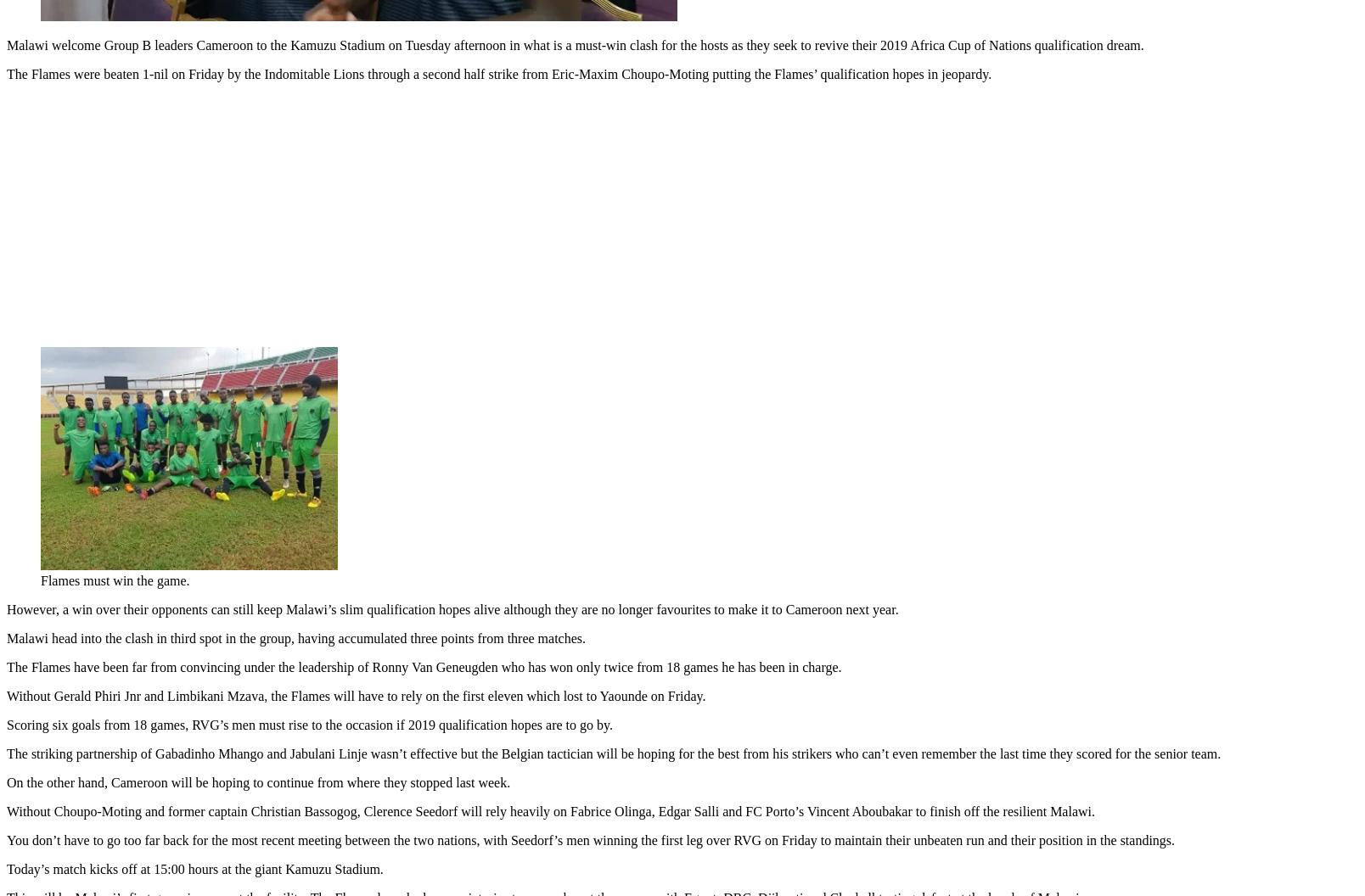 The width and height of the screenshot is (1365, 896). I want to click on 'On the other hand, Cameroon will be hoping to continue from where they stopped last week.', so click(257, 778).